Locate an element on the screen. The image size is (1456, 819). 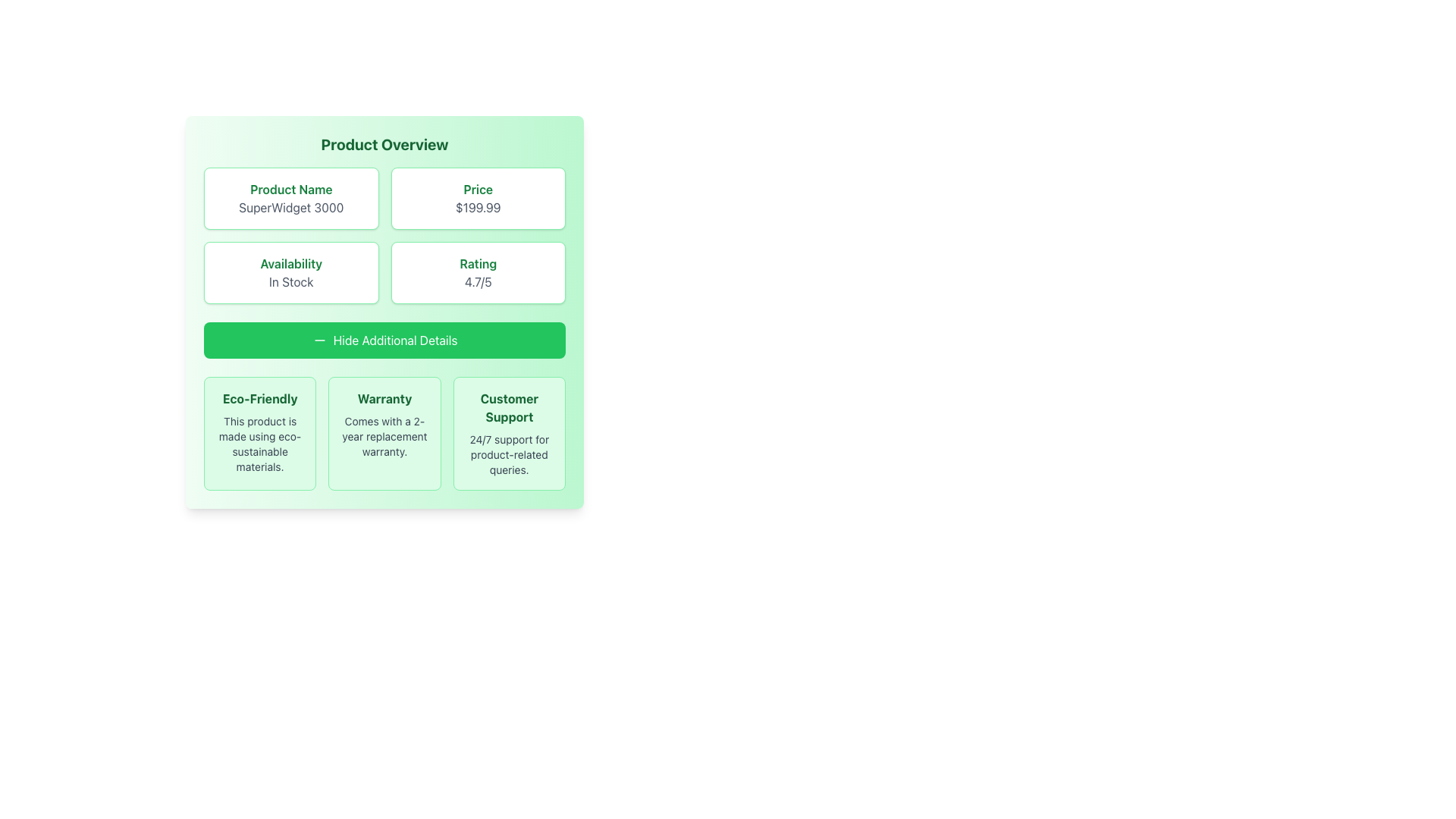
the text display that contains 'Comes with a 2-year replacement warranty.' within the light green box in the 'Warranty' section is located at coordinates (384, 436).